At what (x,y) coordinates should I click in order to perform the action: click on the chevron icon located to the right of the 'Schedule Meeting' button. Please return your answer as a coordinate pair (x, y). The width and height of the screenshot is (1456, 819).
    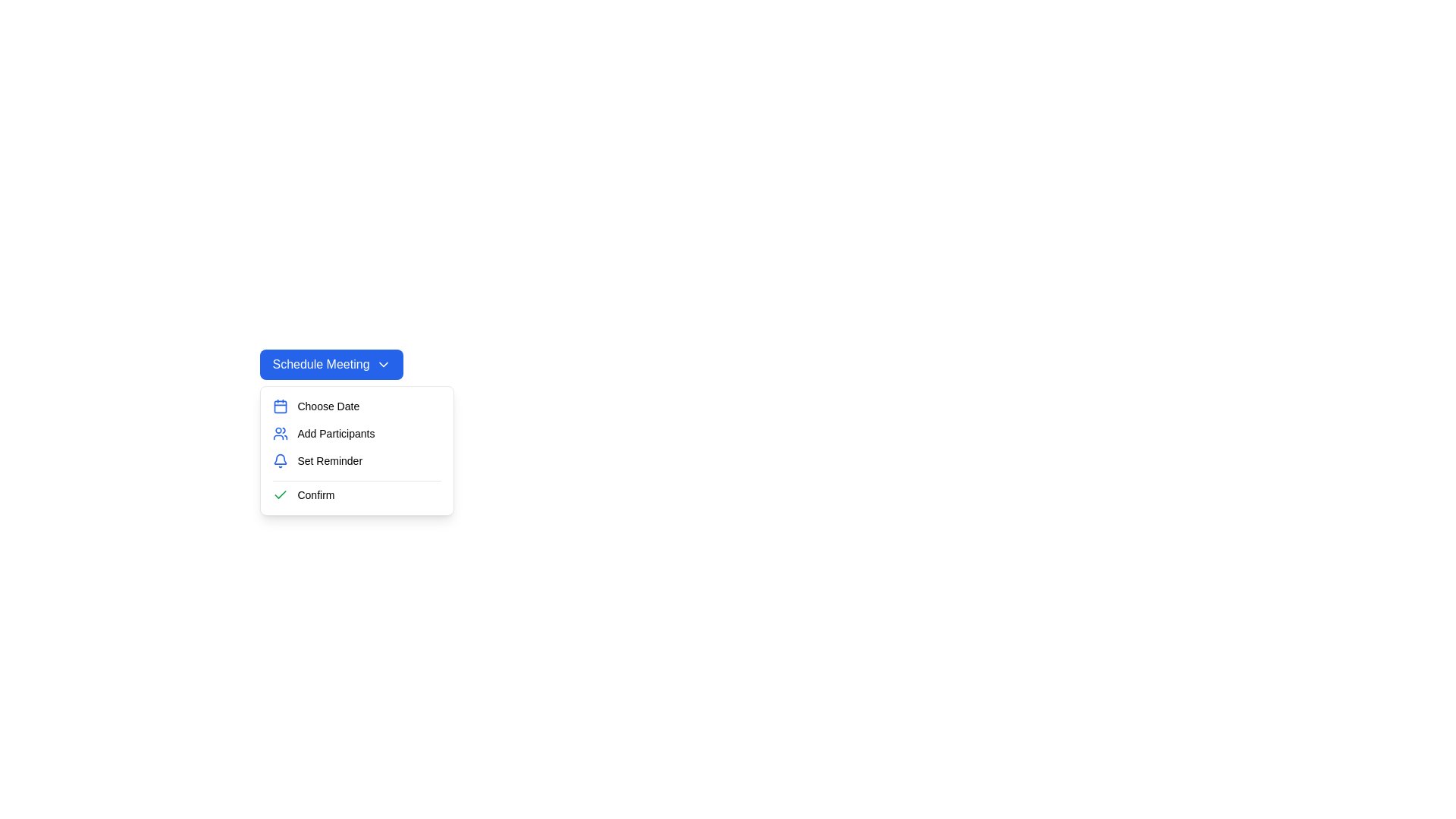
    Looking at the image, I should click on (383, 365).